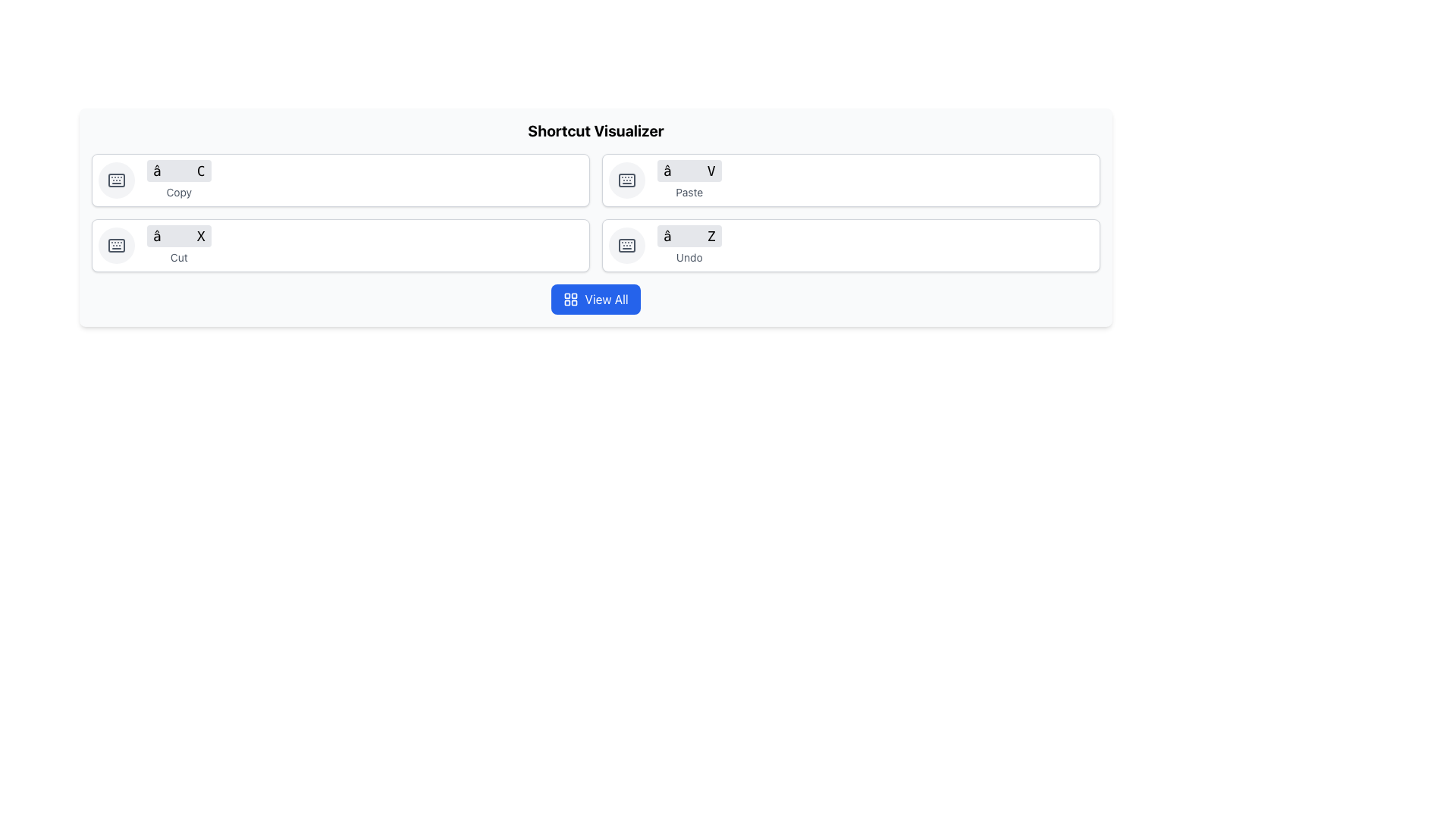 The image size is (1456, 819). Describe the element at coordinates (115, 245) in the screenshot. I see `the keyboard input icon located in the left column, second row of the grid` at that location.